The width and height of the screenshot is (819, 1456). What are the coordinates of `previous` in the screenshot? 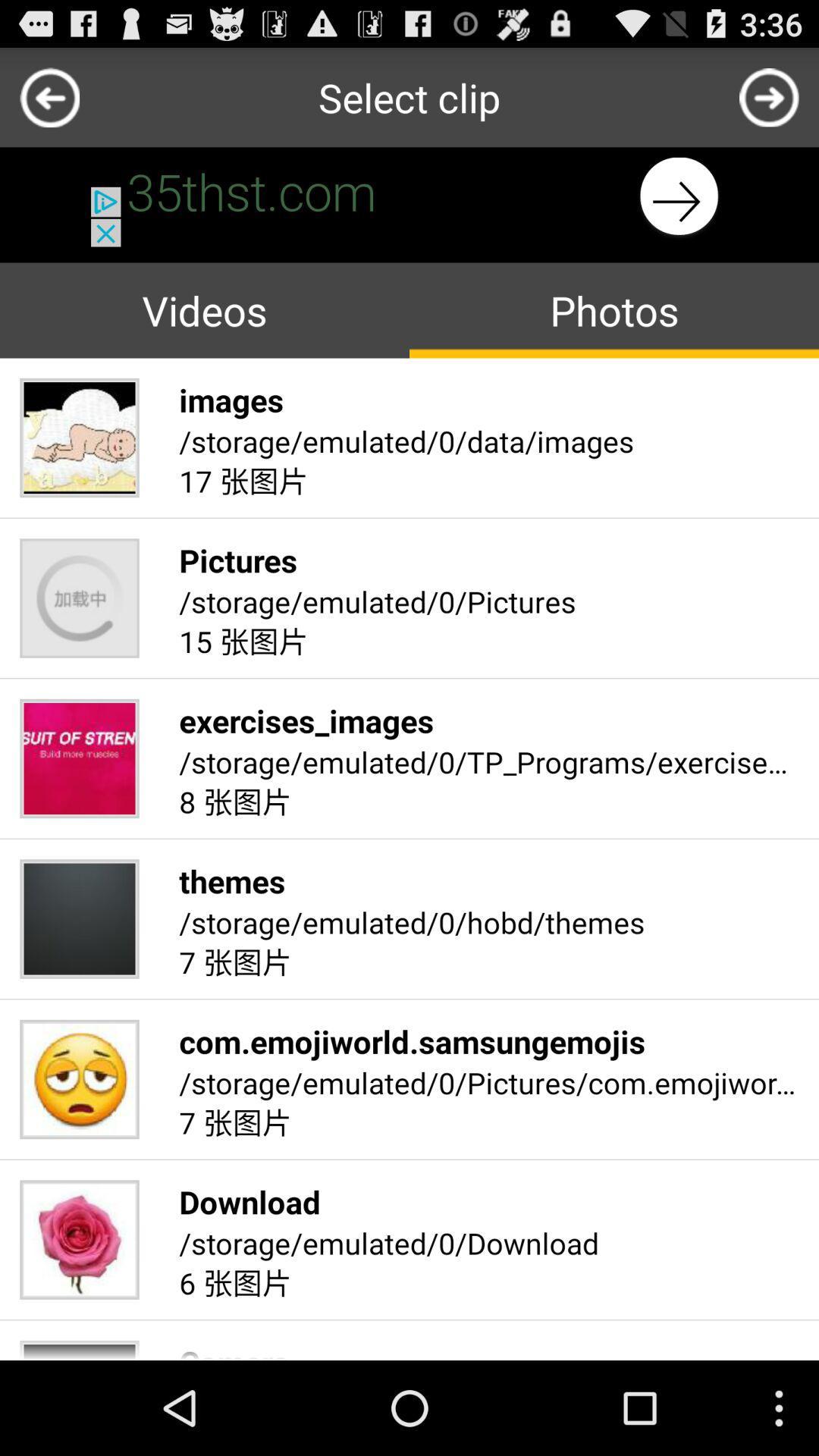 It's located at (49, 96).